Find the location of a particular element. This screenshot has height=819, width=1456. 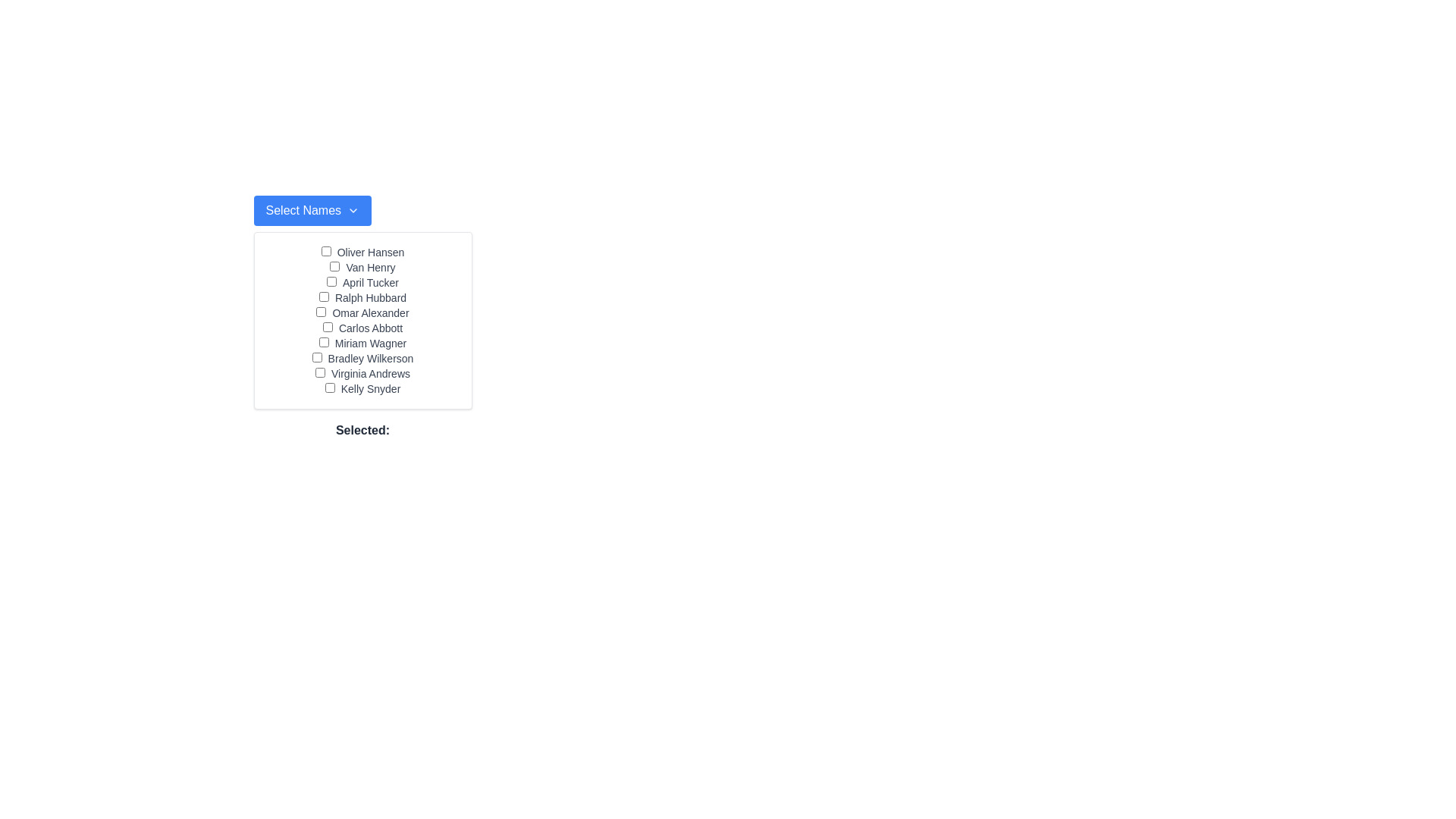

the text label that corresponds to the checkbox for 'Miriam Wagner', which is the seventh item in a vertical list of names, located between 'Carlos Abbott' and 'Bradley Wilkerson' is located at coordinates (362, 343).